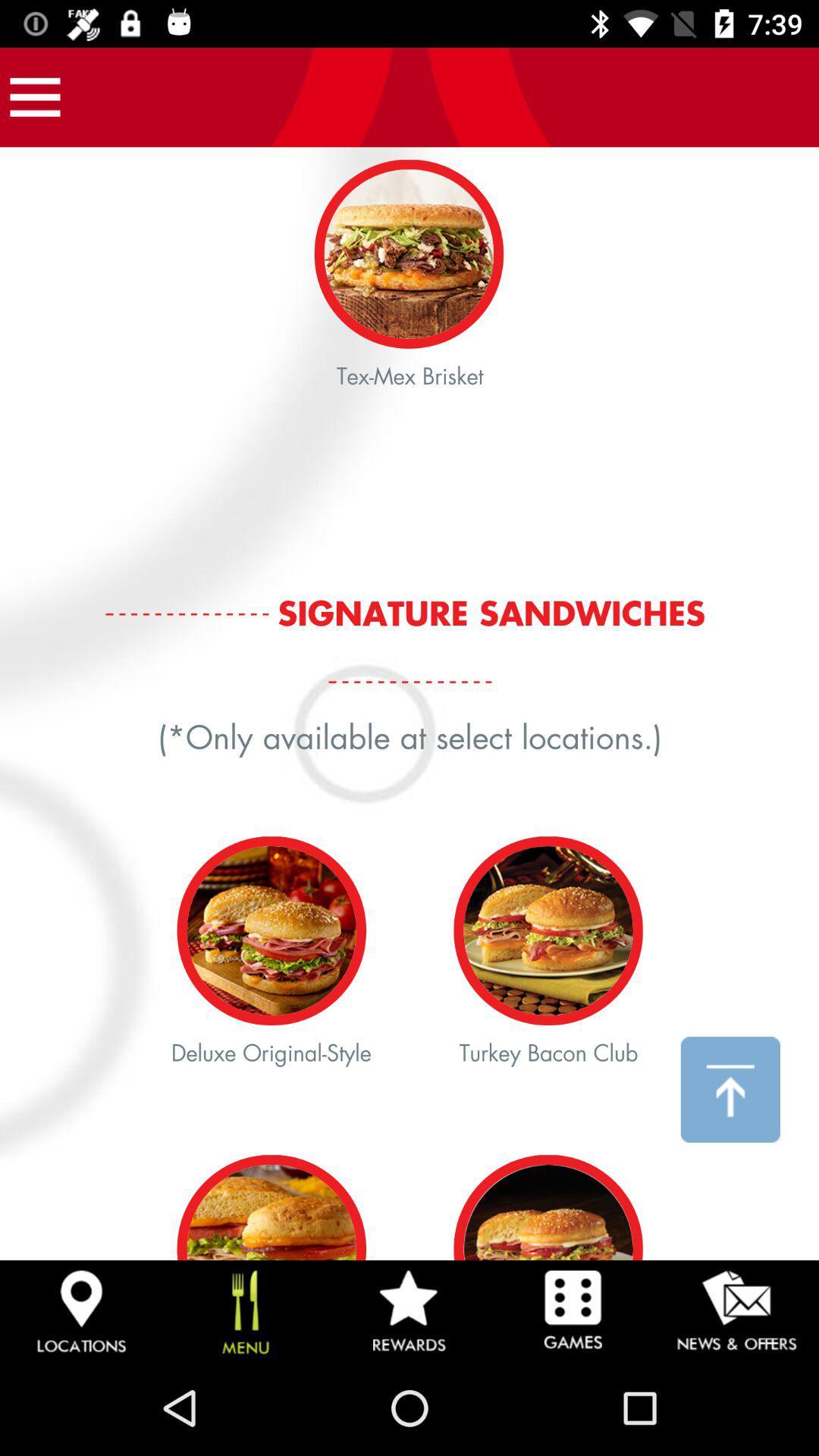 This screenshot has height=1456, width=819. What do you see at coordinates (34, 96) in the screenshot?
I see `the menu icon` at bounding box center [34, 96].